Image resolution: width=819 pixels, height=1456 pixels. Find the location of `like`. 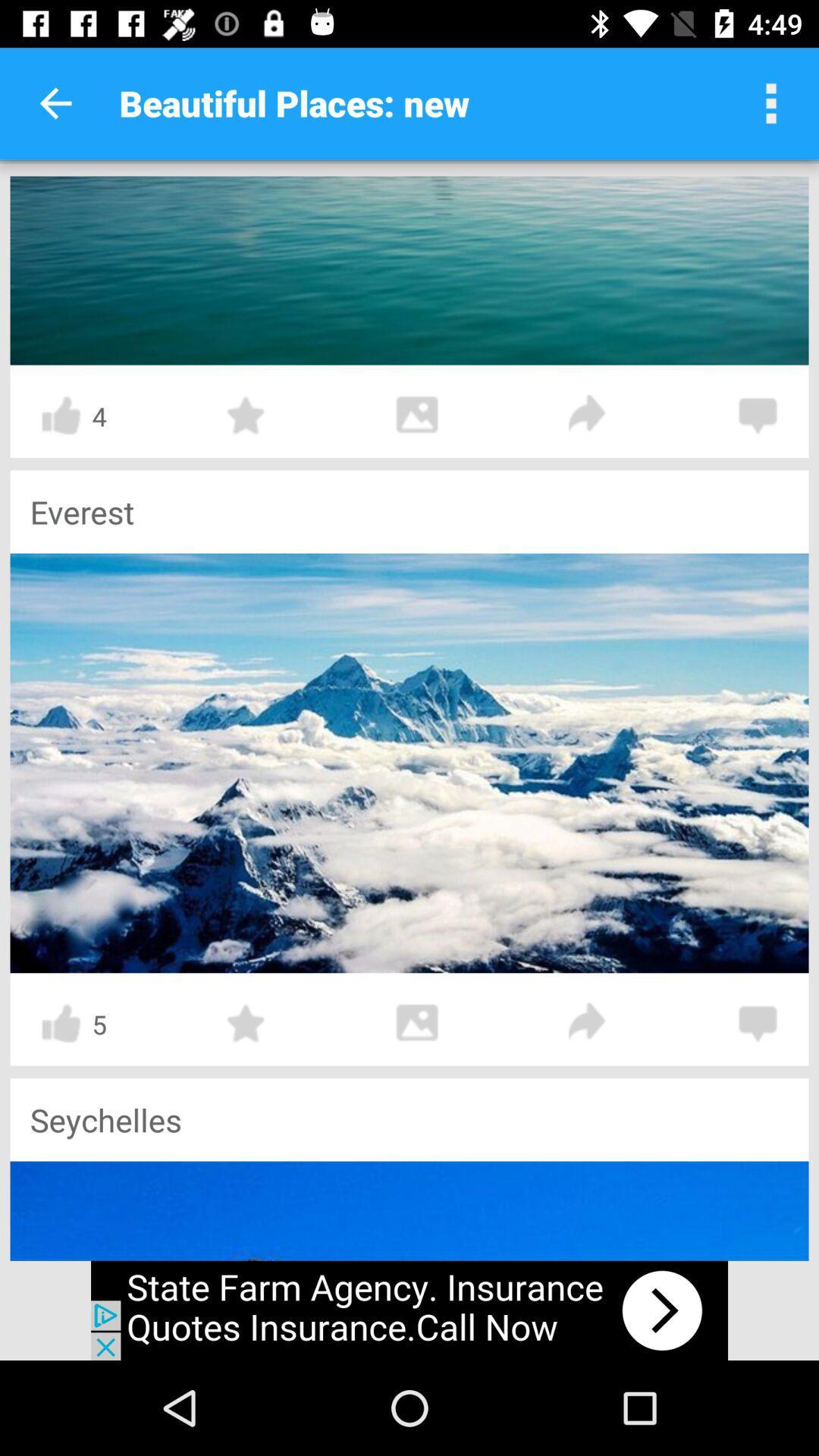

like is located at coordinates (60, 1023).